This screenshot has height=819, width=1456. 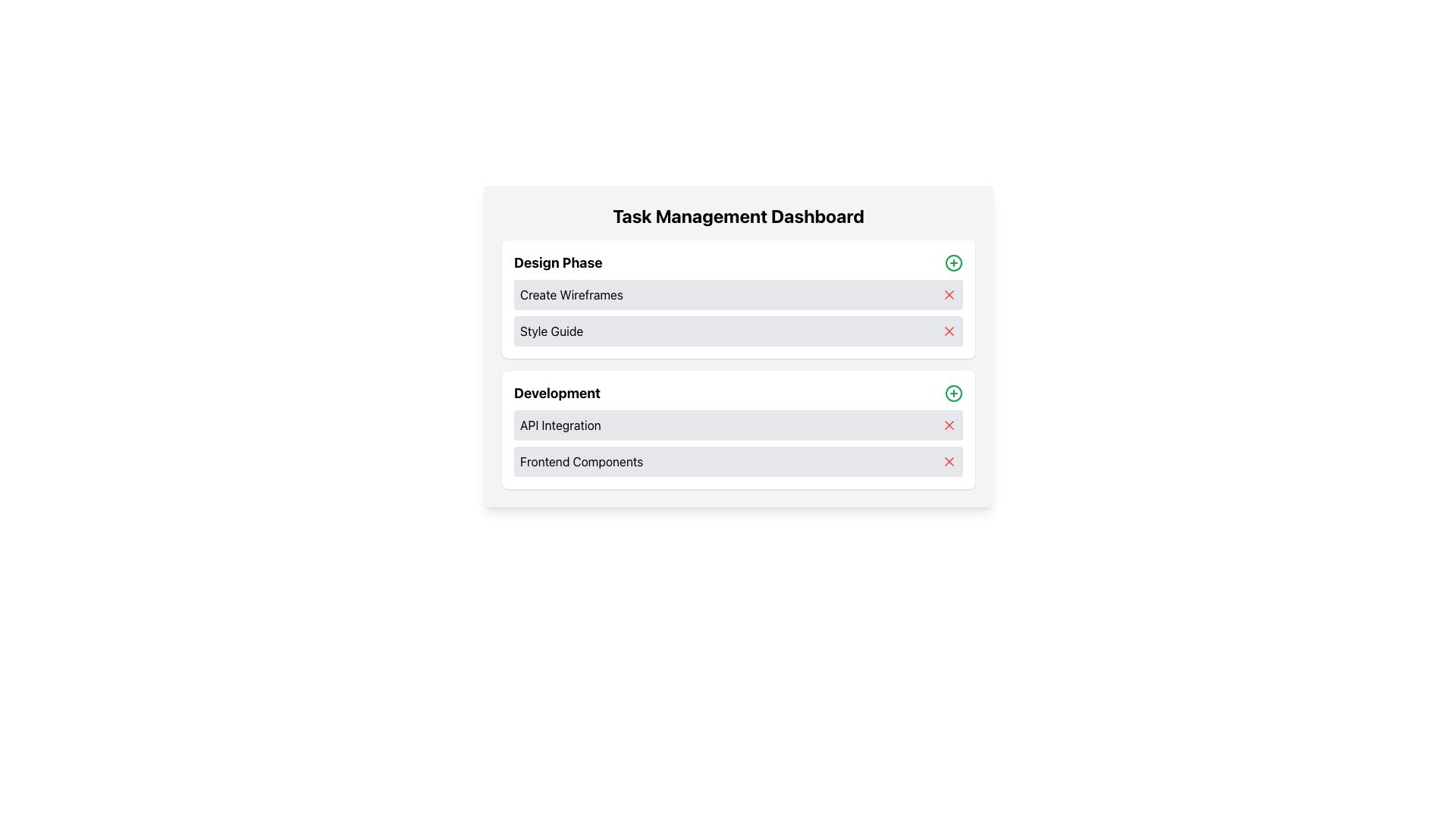 What do you see at coordinates (739, 312) in the screenshot?
I see `the items in the 'Design Phase' Grouped List of Actionable Items for reordering` at bounding box center [739, 312].